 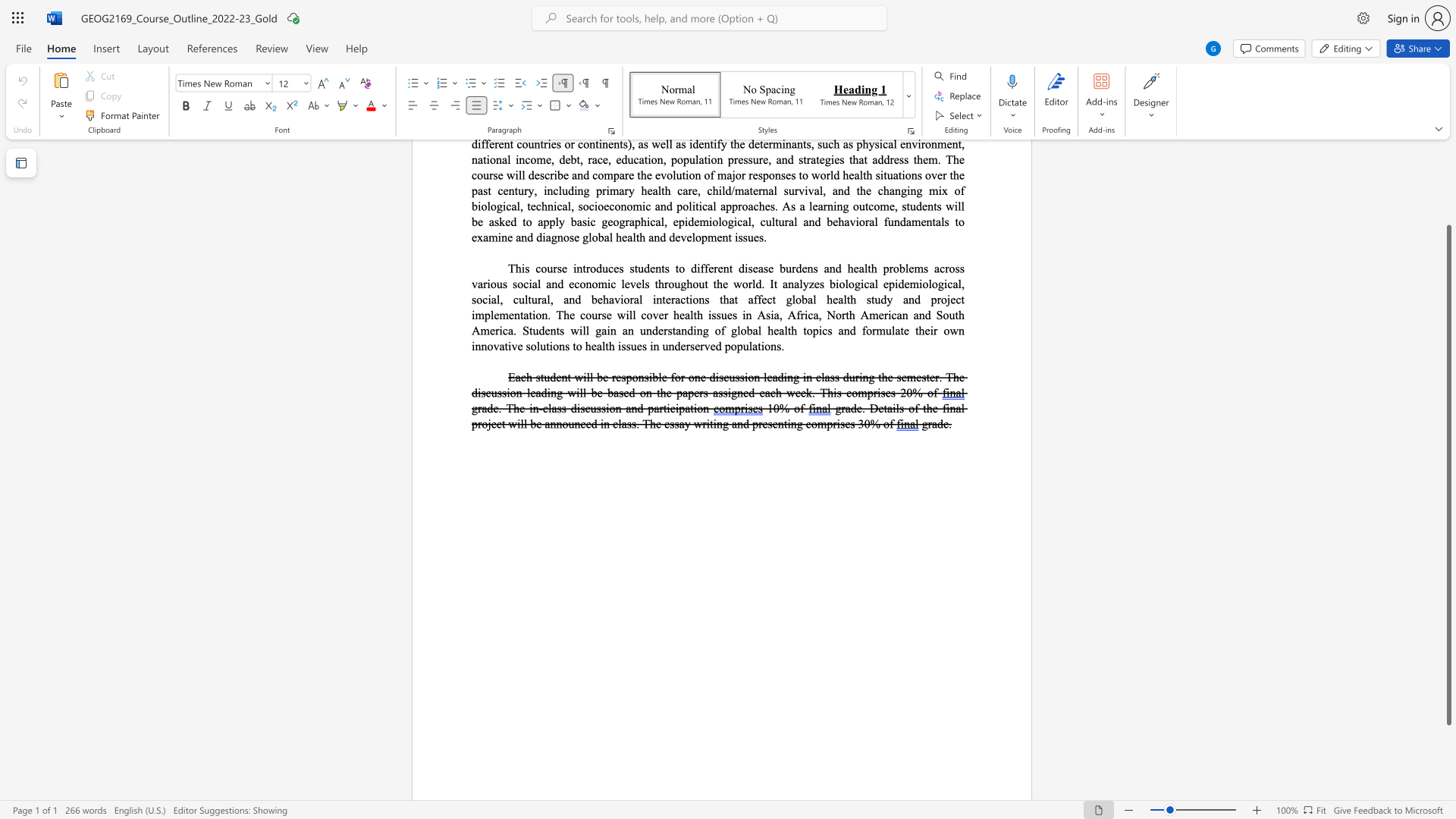 What do you see at coordinates (1448, 180) in the screenshot?
I see `the scrollbar to scroll upward` at bounding box center [1448, 180].